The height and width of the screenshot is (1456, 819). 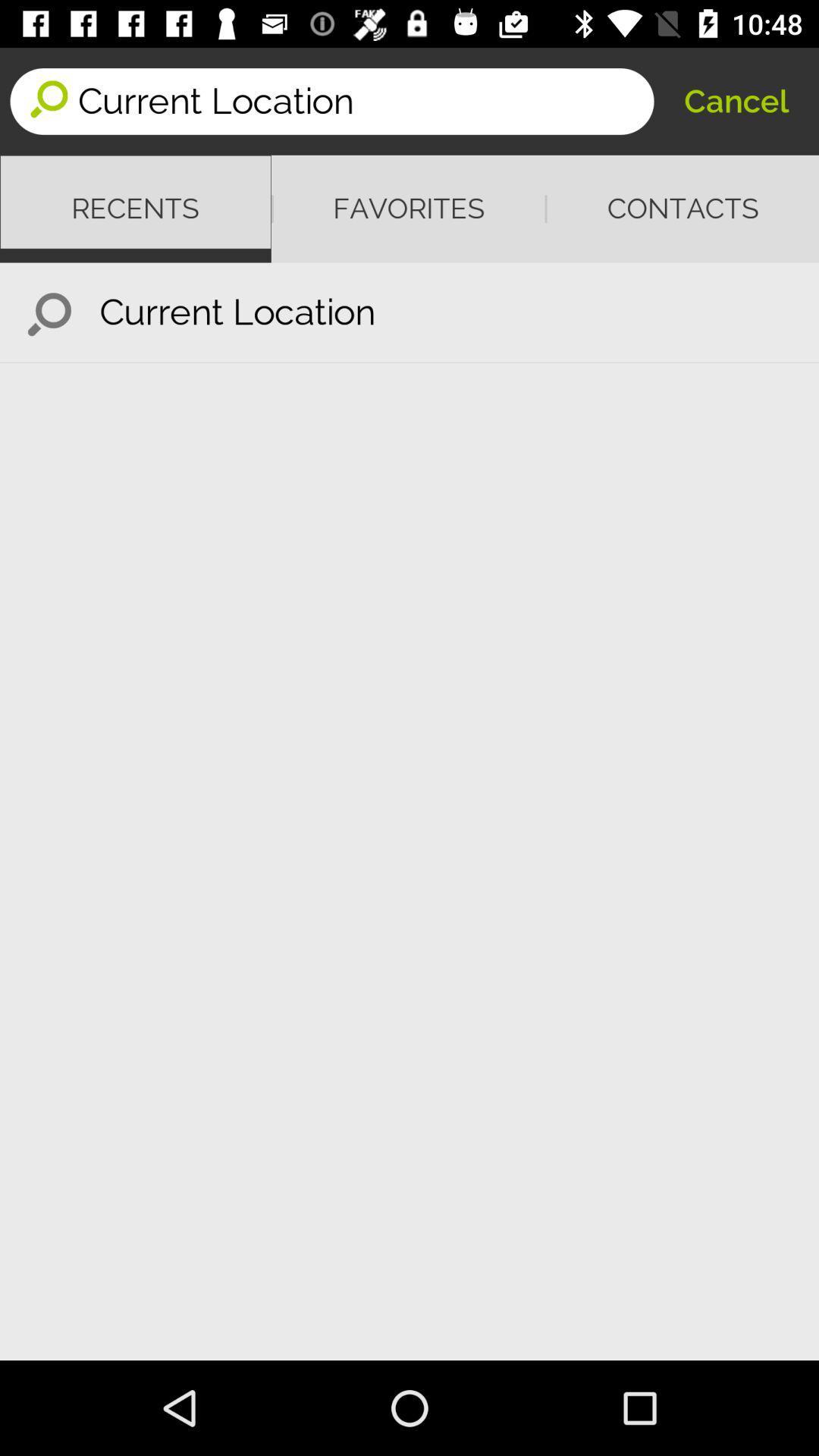 What do you see at coordinates (49, 312) in the screenshot?
I see `icon next to the current location` at bounding box center [49, 312].